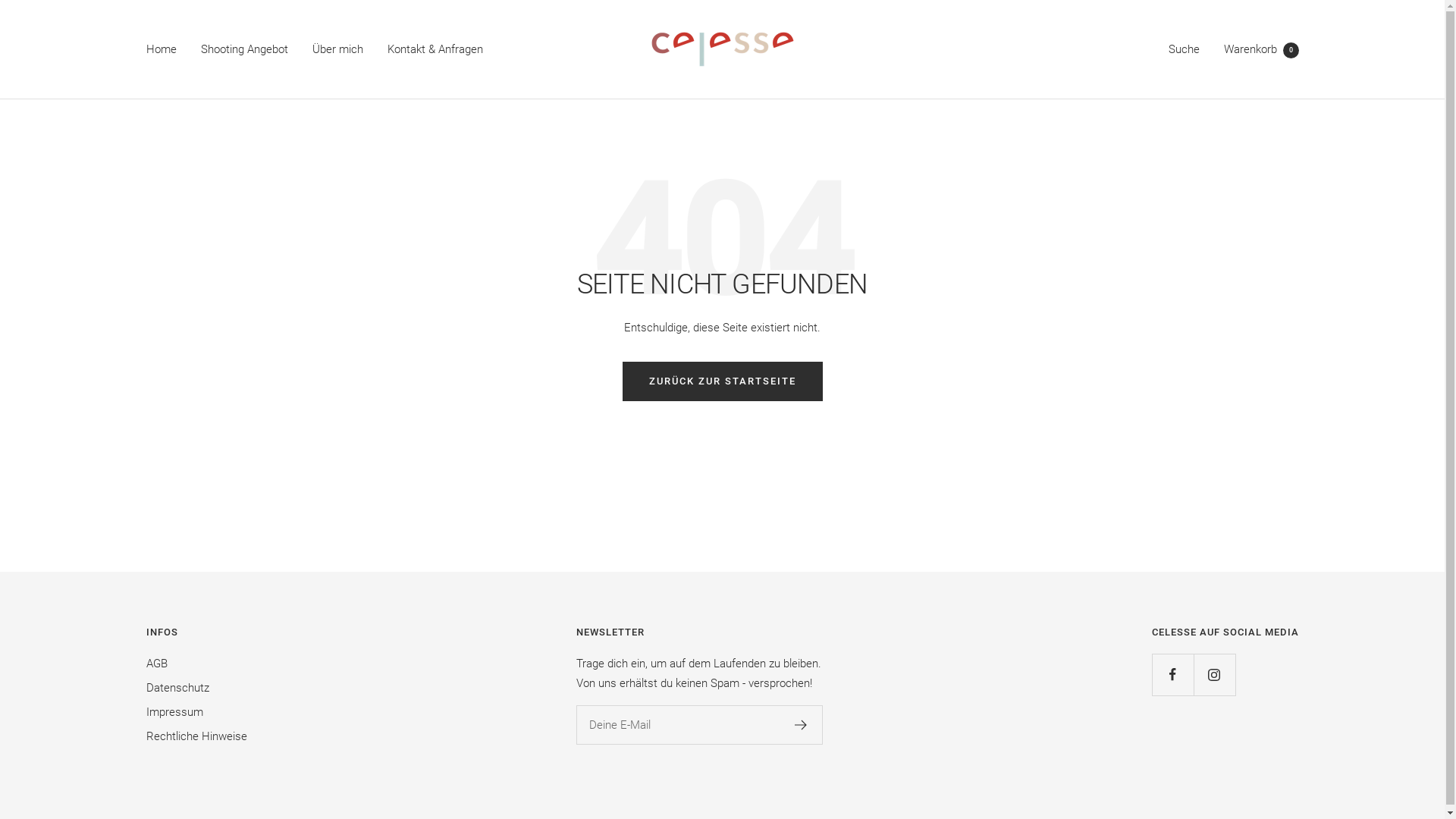 The height and width of the screenshot is (819, 1456). What do you see at coordinates (199, 49) in the screenshot?
I see `'Shooting Angebot'` at bounding box center [199, 49].